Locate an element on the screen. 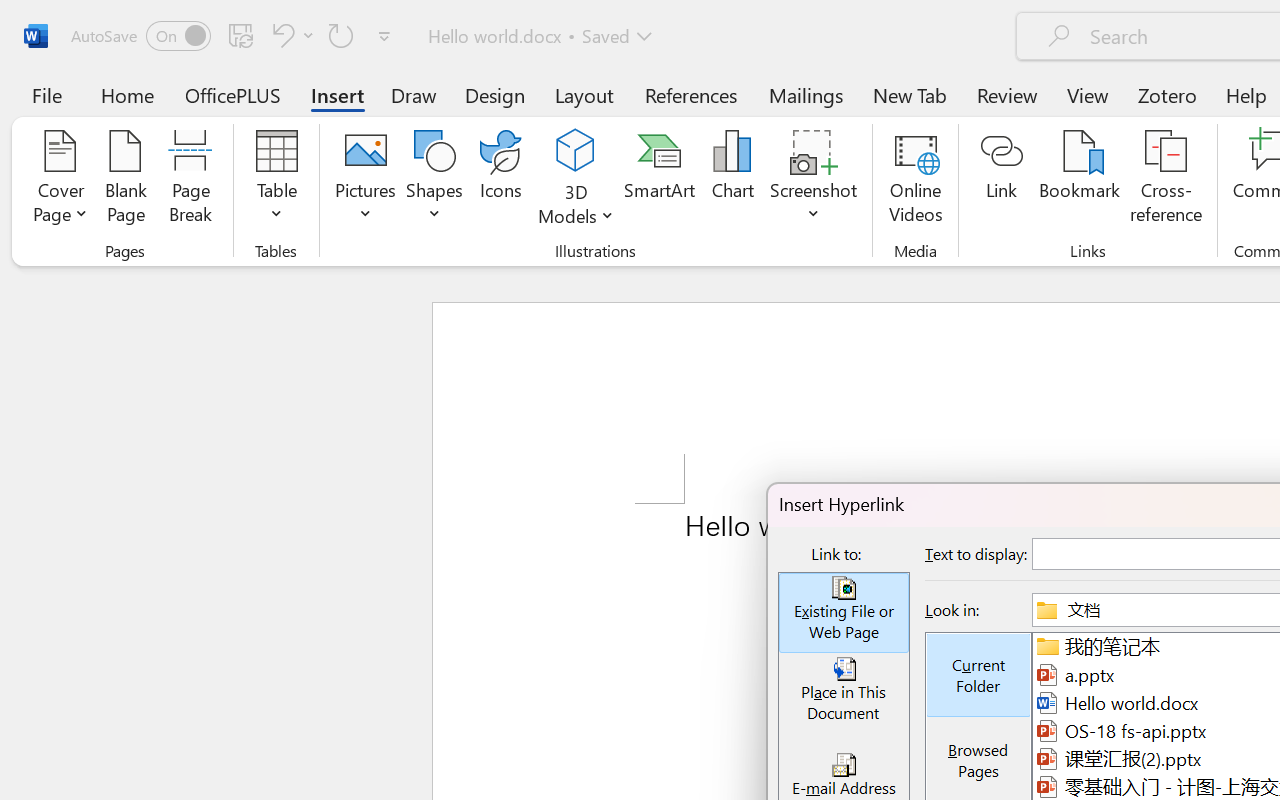 The height and width of the screenshot is (800, 1280). 'SmartArt...' is located at coordinates (659, 179).